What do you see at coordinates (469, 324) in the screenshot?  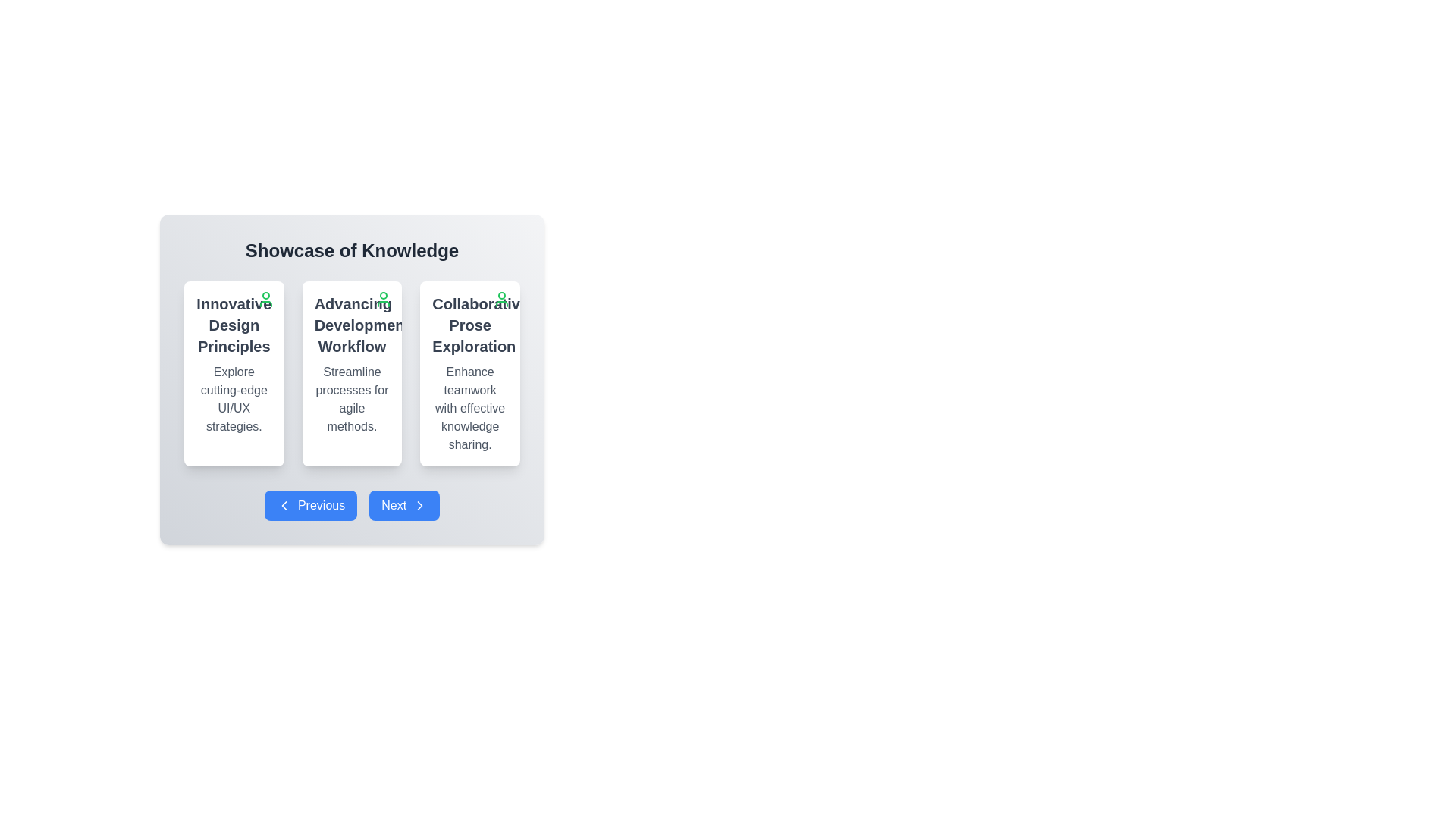 I see `the title text label of the third card, which is centrally positioned at the top of the card and serves as the headline for the card's content` at bounding box center [469, 324].